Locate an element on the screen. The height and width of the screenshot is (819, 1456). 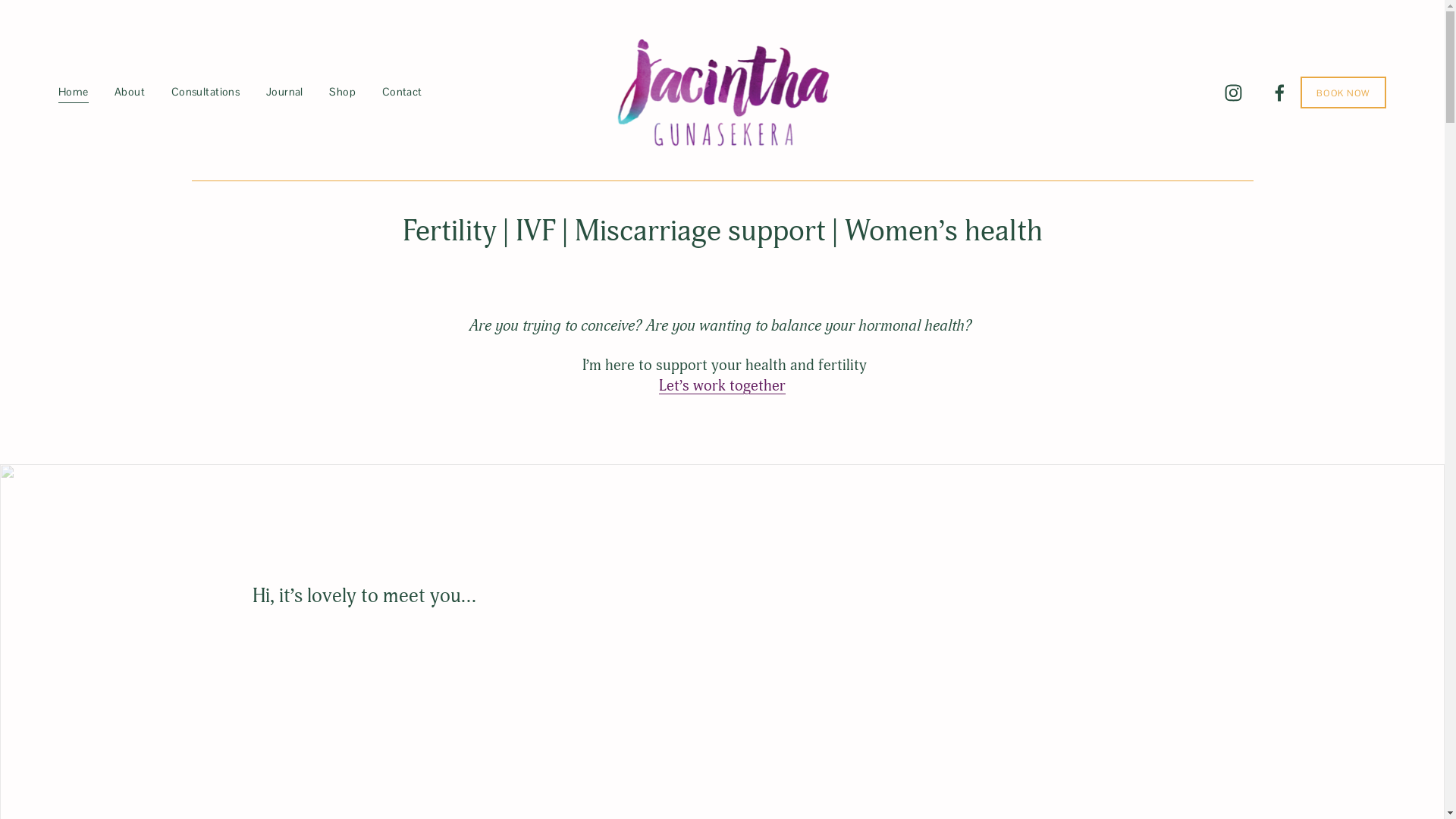
'Home' is located at coordinates (72, 93).